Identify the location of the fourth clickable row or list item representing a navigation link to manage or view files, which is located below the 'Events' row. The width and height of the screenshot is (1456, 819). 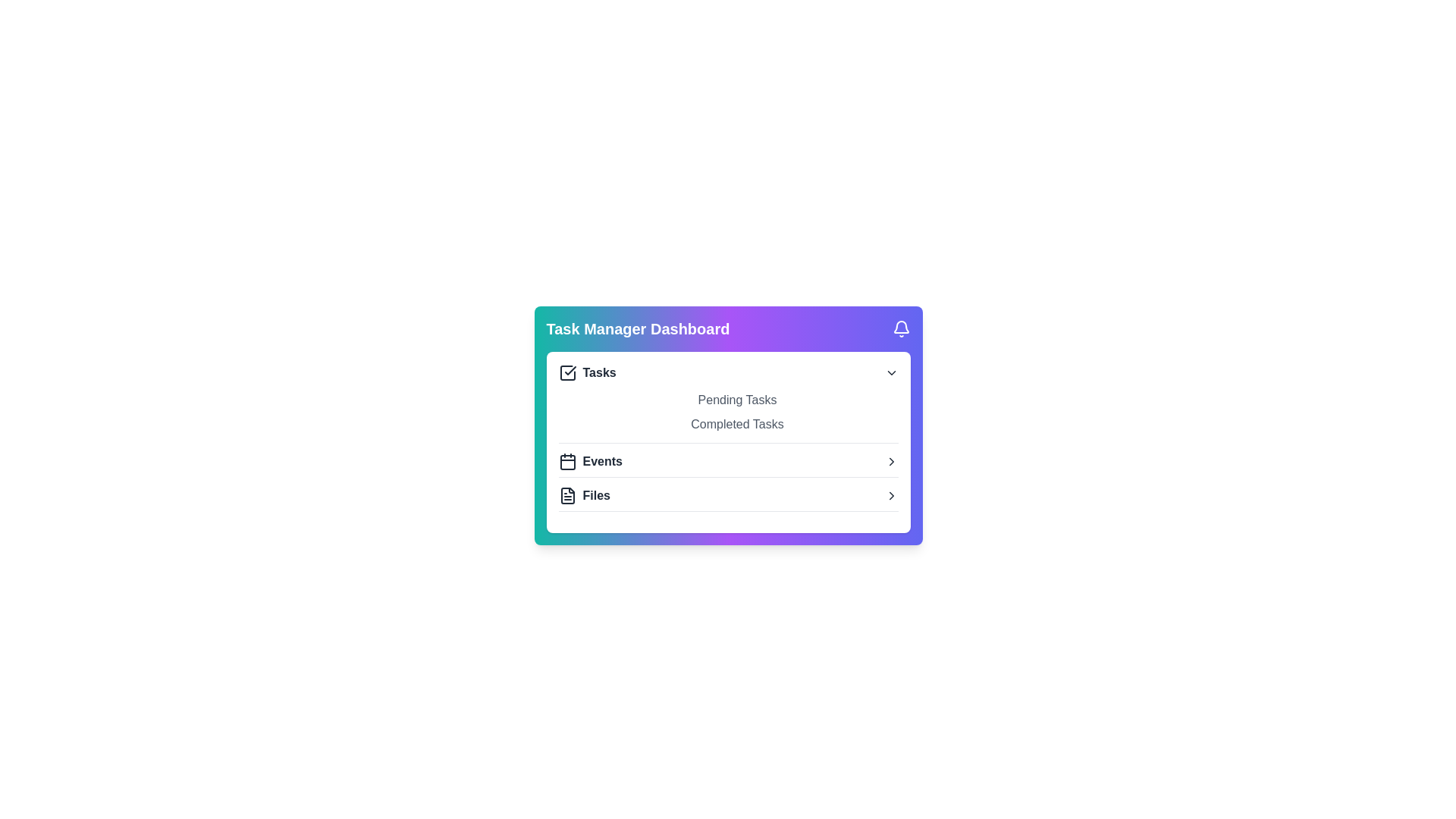
(728, 499).